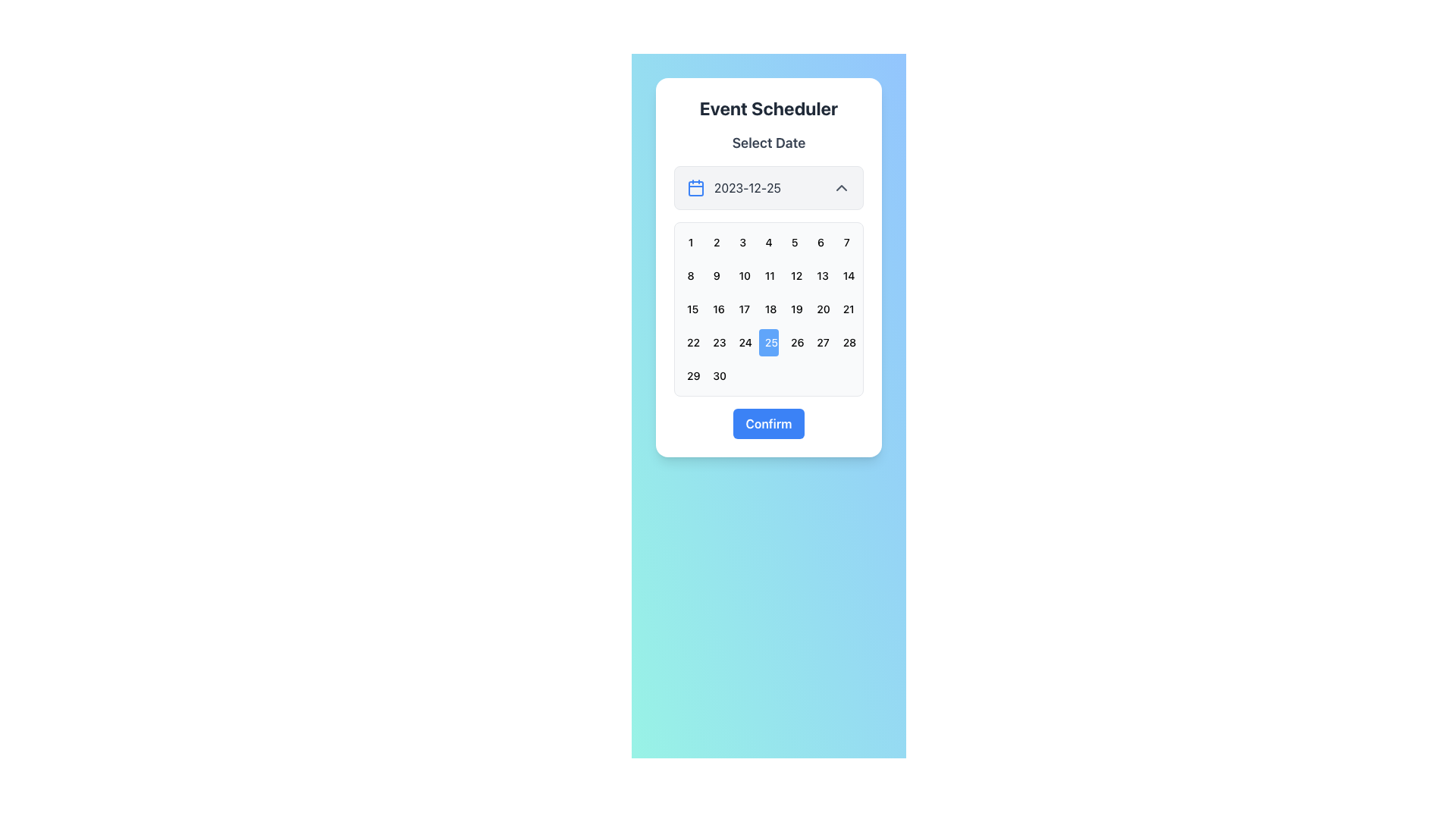 This screenshot has height=819, width=1456. What do you see at coordinates (768, 309) in the screenshot?
I see `the rounded rectangular button displaying the number '18'` at bounding box center [768, 309].